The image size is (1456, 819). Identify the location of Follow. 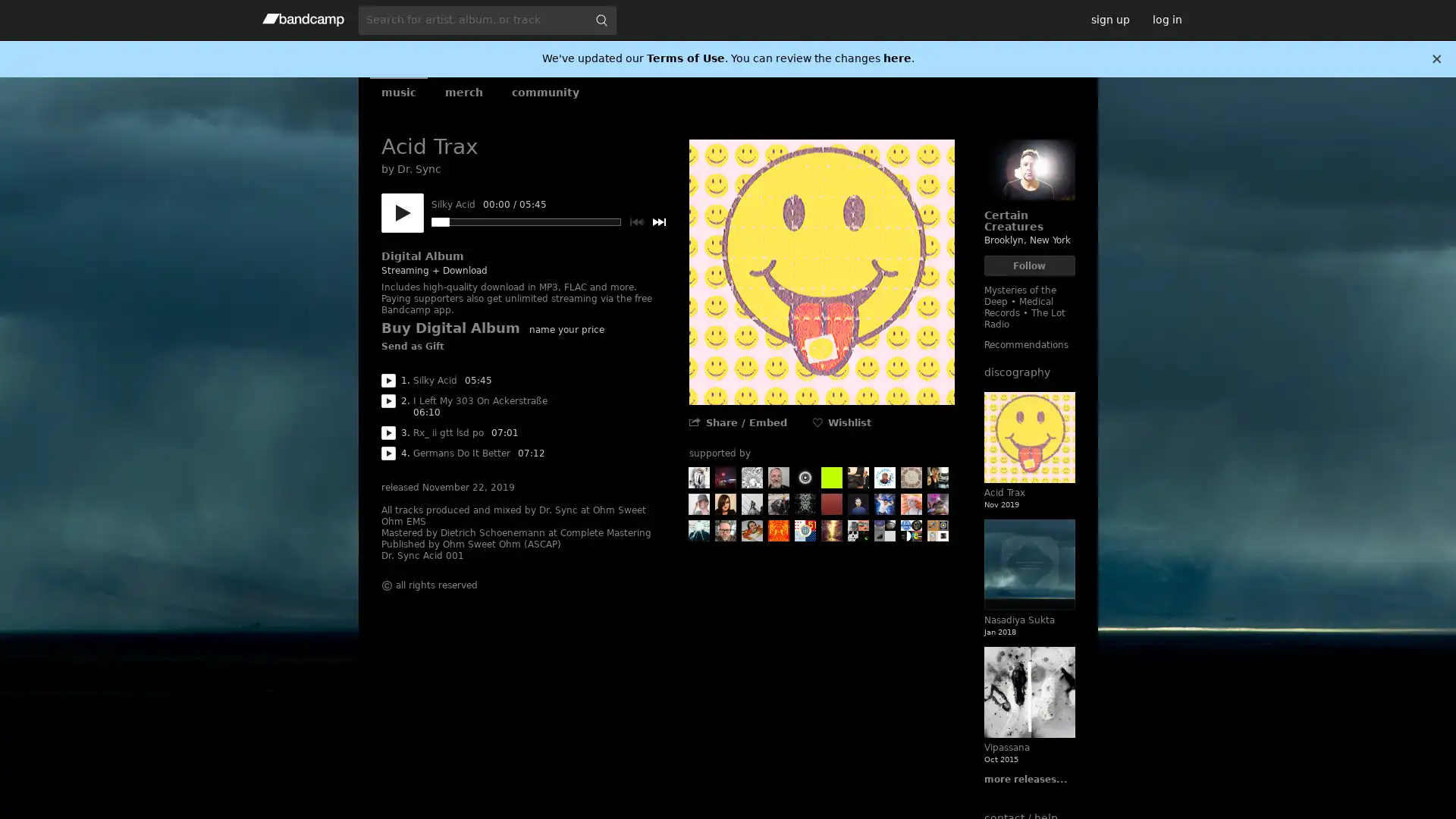
(1029, 265).